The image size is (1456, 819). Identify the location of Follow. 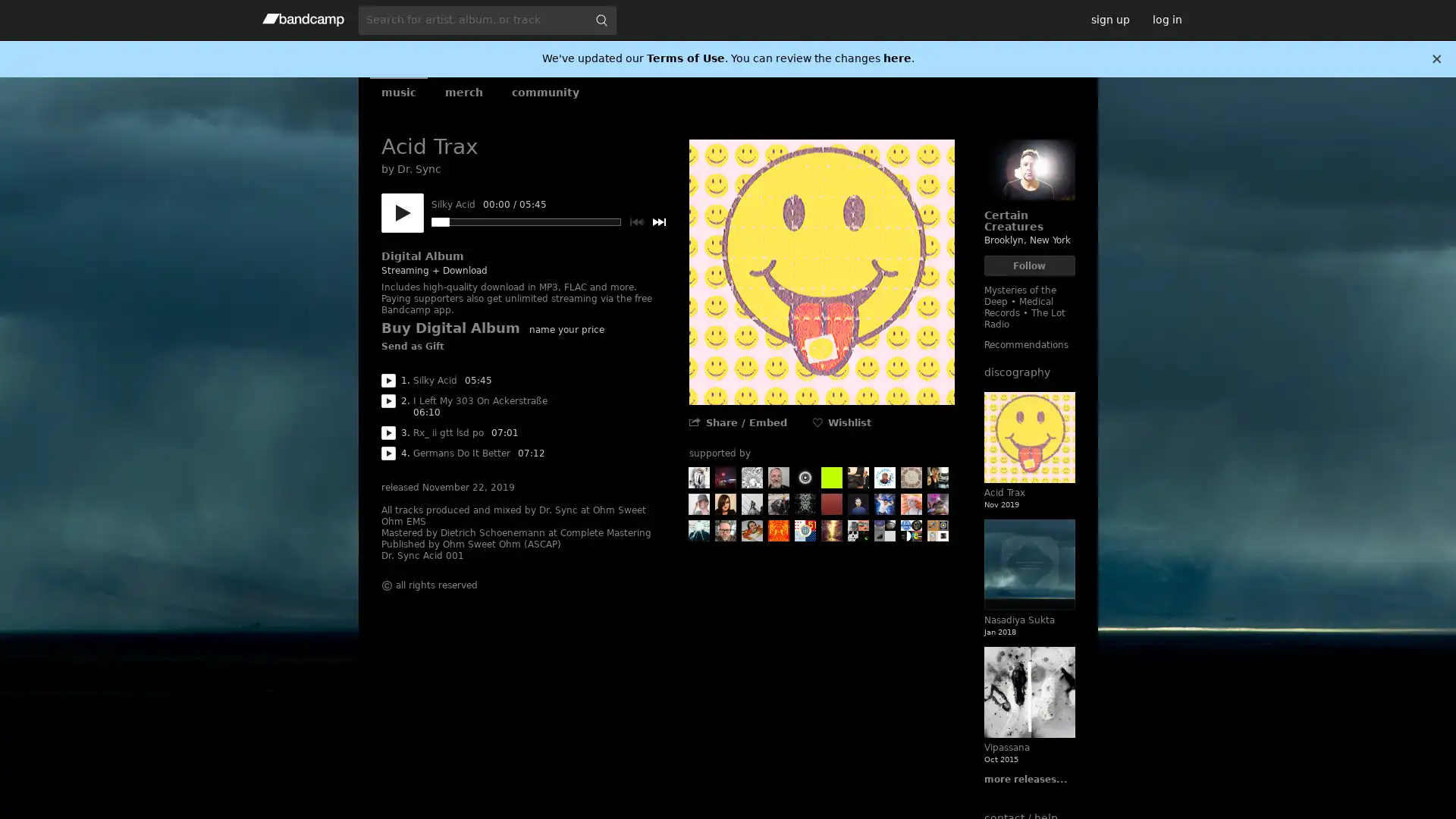
(1029, 265).